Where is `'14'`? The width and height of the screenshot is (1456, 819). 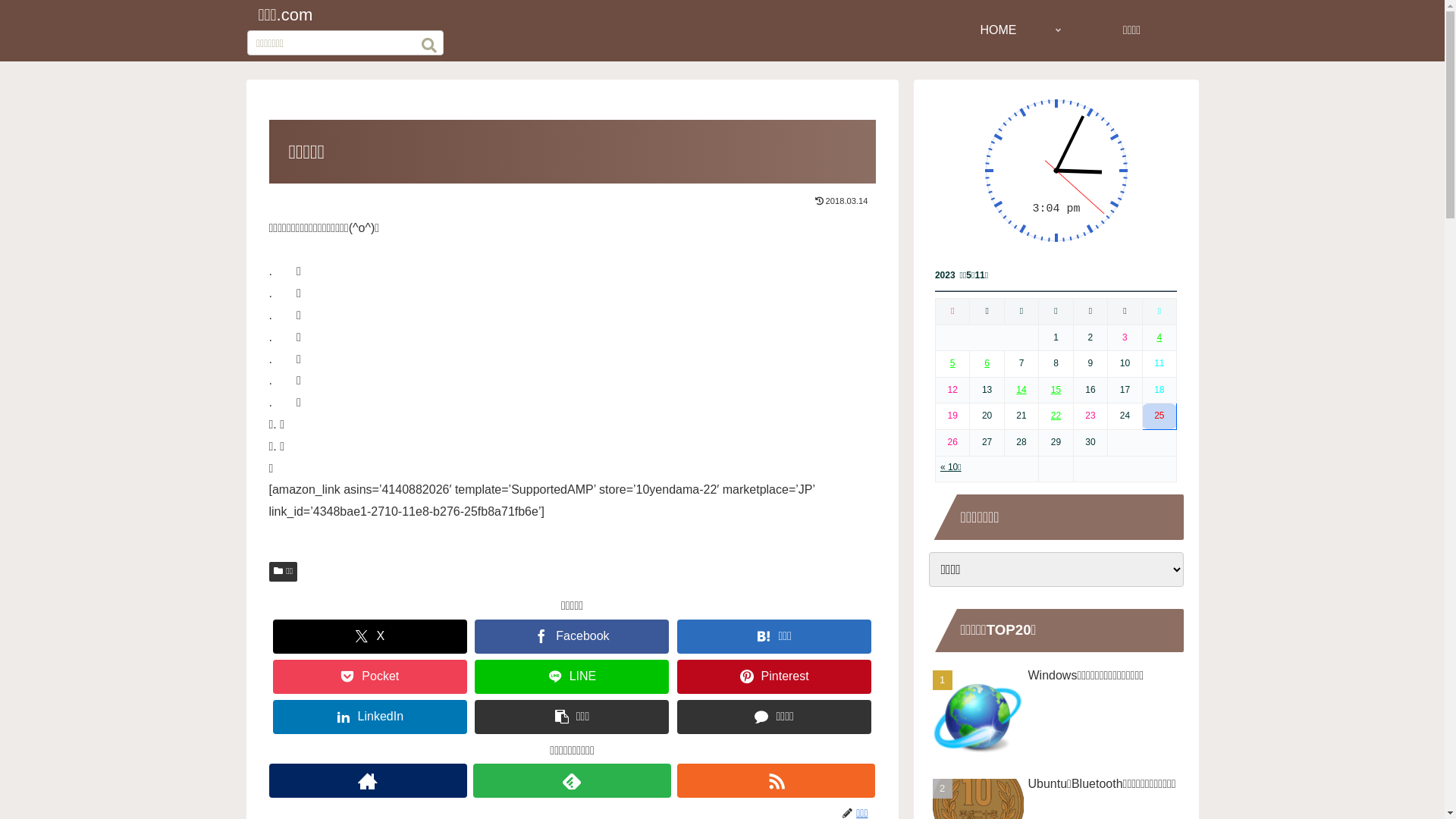 '14' is located at coordinates (1021, 388).